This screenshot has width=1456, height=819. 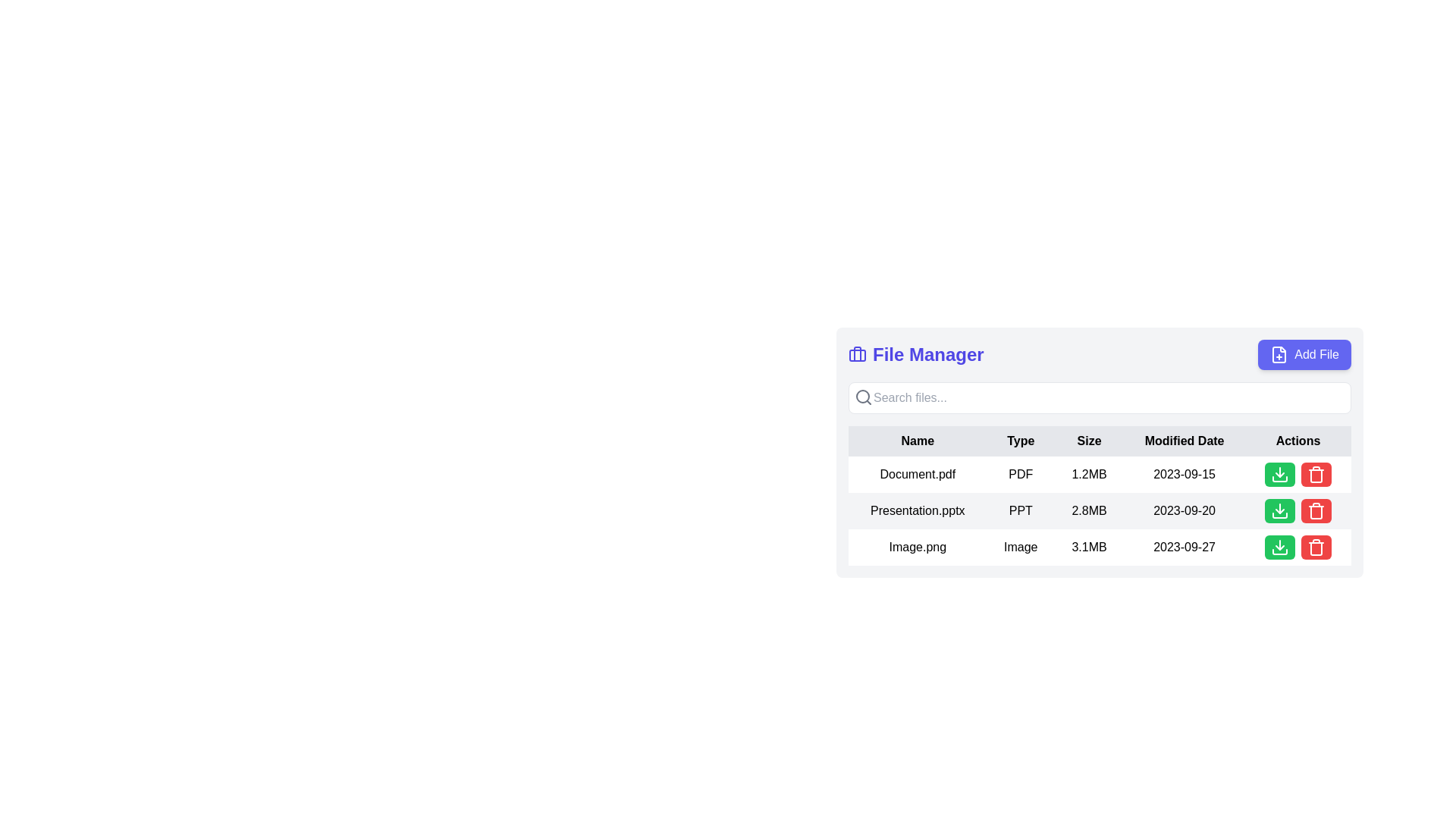 What do you see at coordinates (917, 441) in the screenshot?
I see `the 'Name' header label in the table, which is the leftmost header indicating the values related to file or item names` at bounding box center [917, 441].